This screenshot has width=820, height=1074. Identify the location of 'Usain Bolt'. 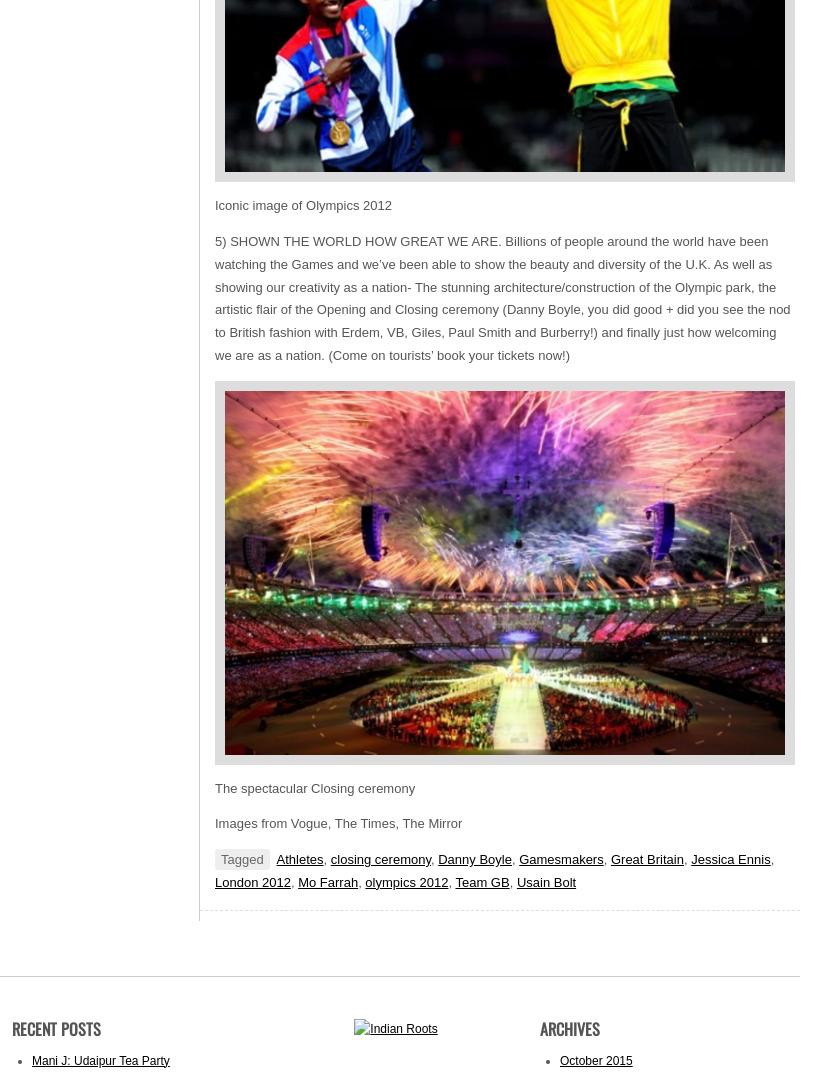
(545, 880).